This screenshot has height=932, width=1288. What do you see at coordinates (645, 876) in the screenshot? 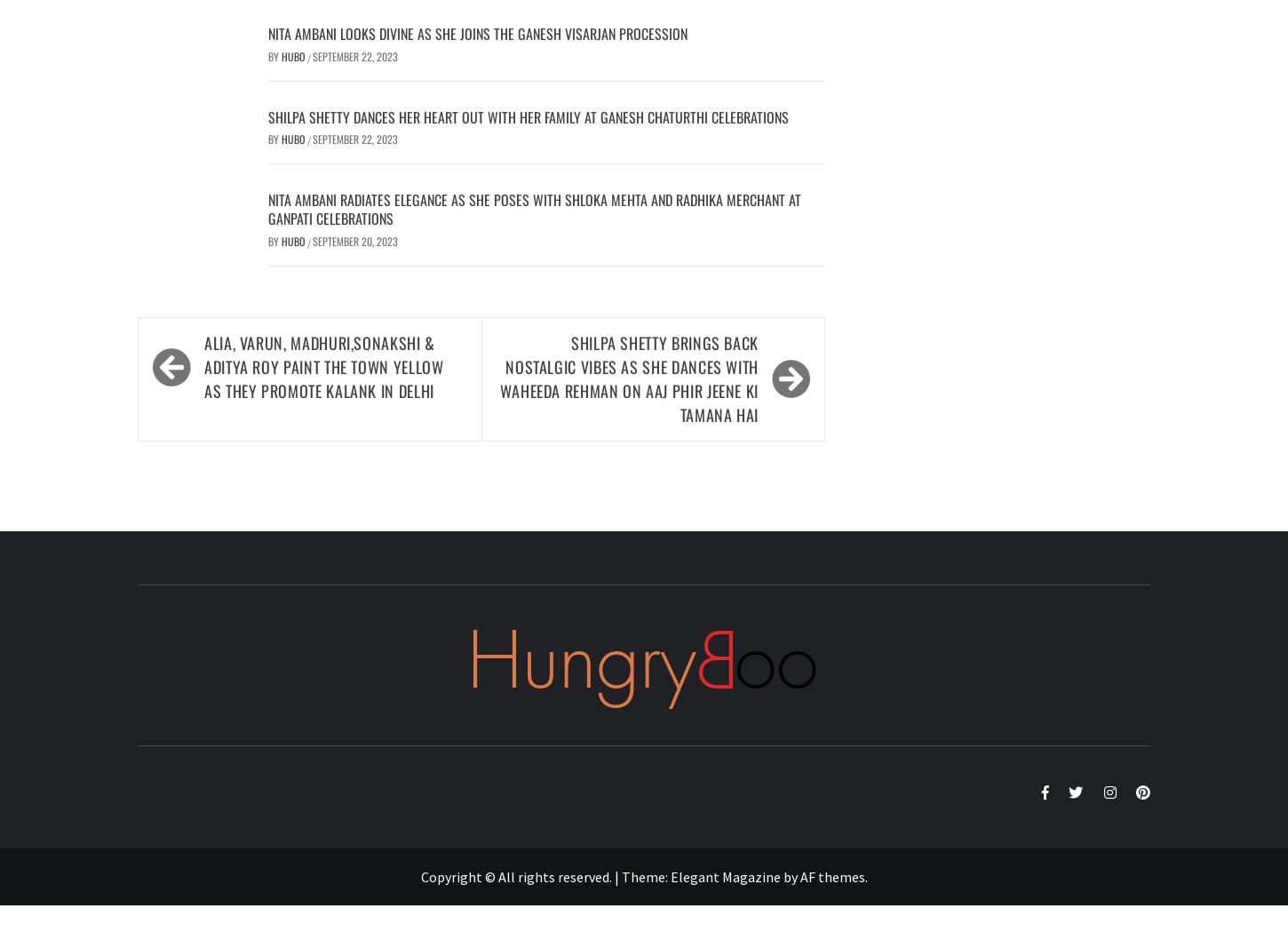
I see `'Theme:'` at bounding box center [645, 876].